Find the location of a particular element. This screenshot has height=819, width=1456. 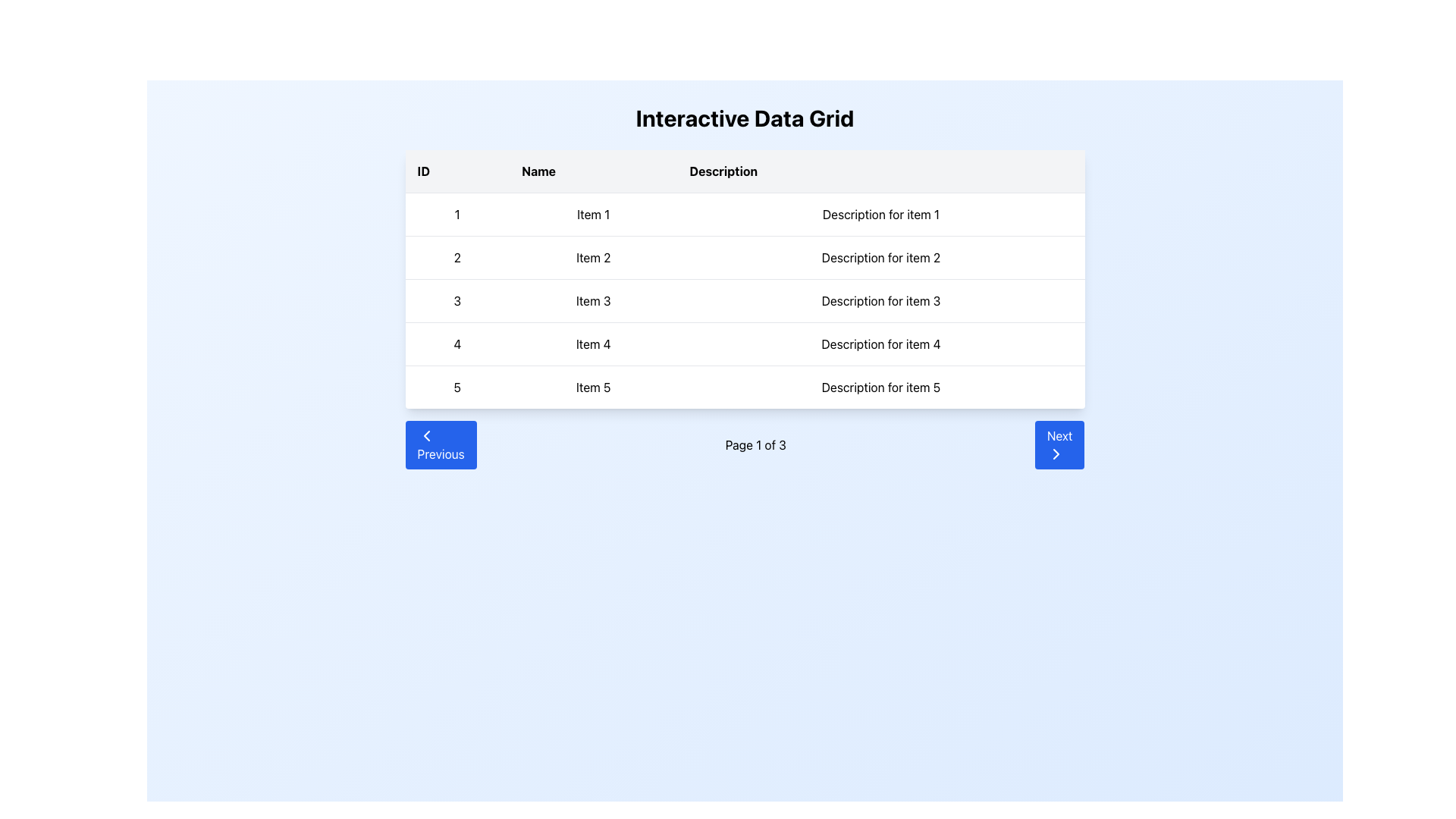

the chevron icon within the 'Previous' button, which indicates moving to the previous set of data in the grid is located at coordinates (425, 435).